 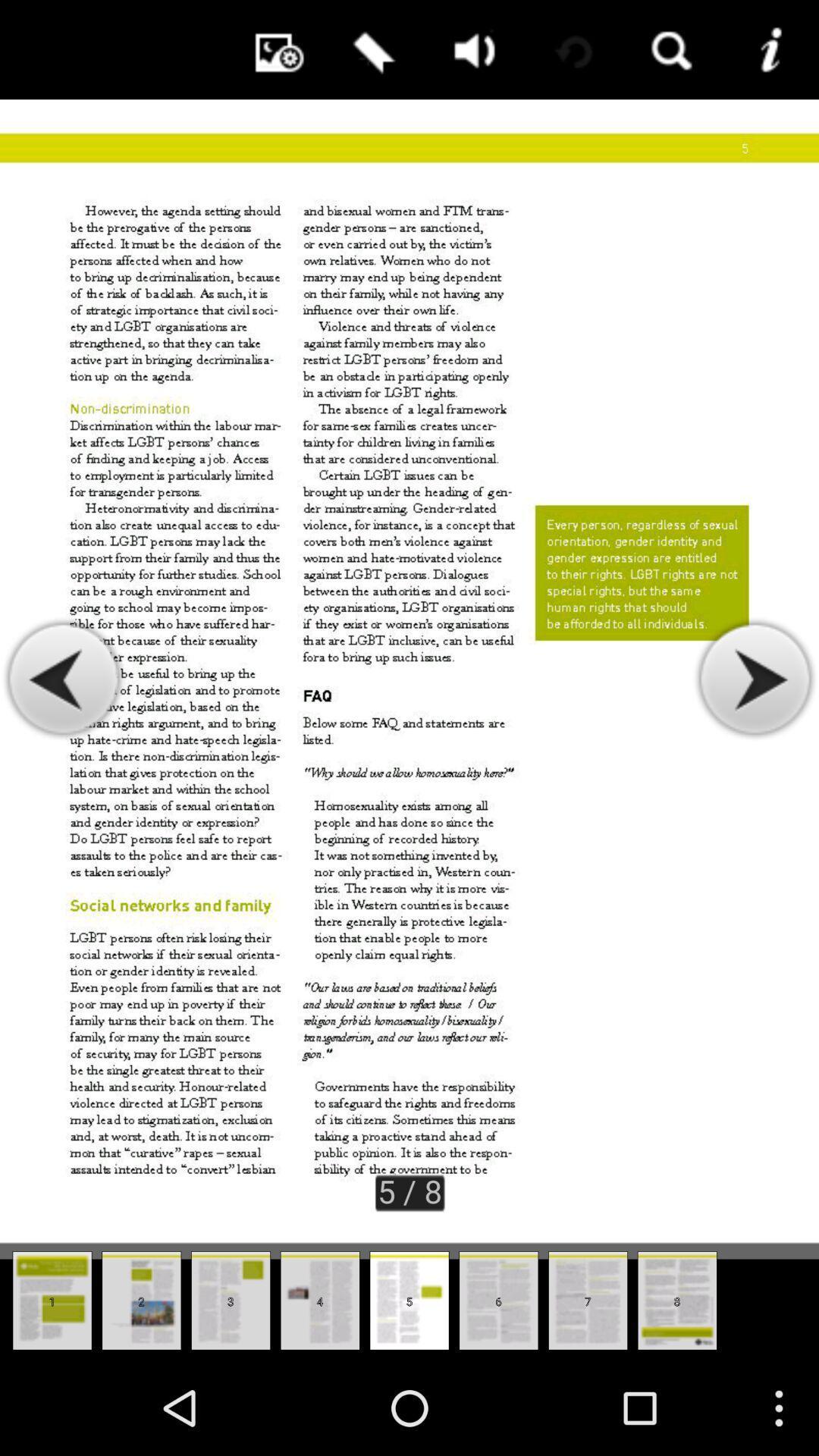 What do you see at coordinates (754, 679) in the screenshot?
I see `next page` at bounding box center [754, 679].